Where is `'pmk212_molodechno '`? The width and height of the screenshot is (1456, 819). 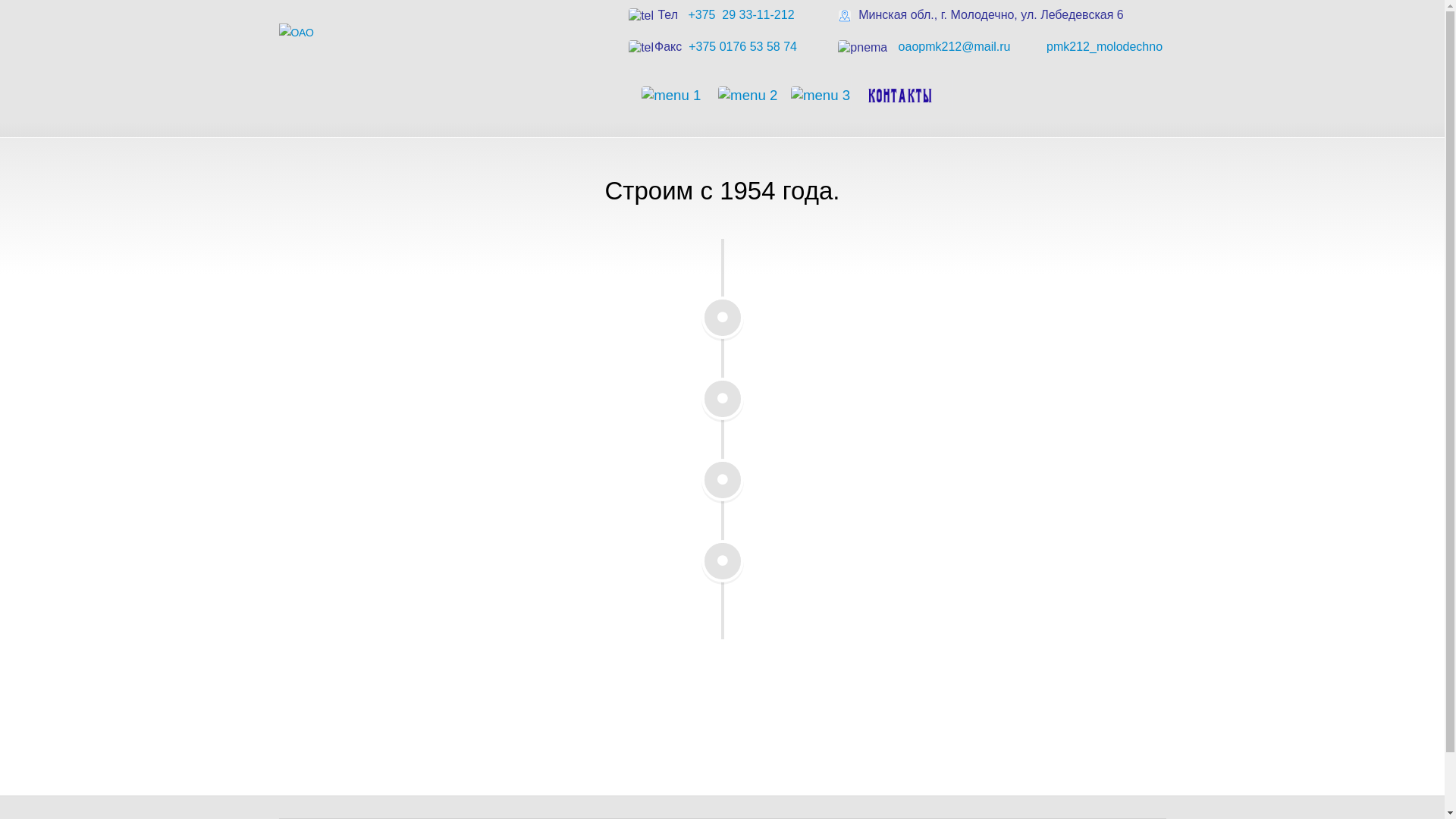
'pmk212_molodechno ' is located at coordinates (1046, 45).